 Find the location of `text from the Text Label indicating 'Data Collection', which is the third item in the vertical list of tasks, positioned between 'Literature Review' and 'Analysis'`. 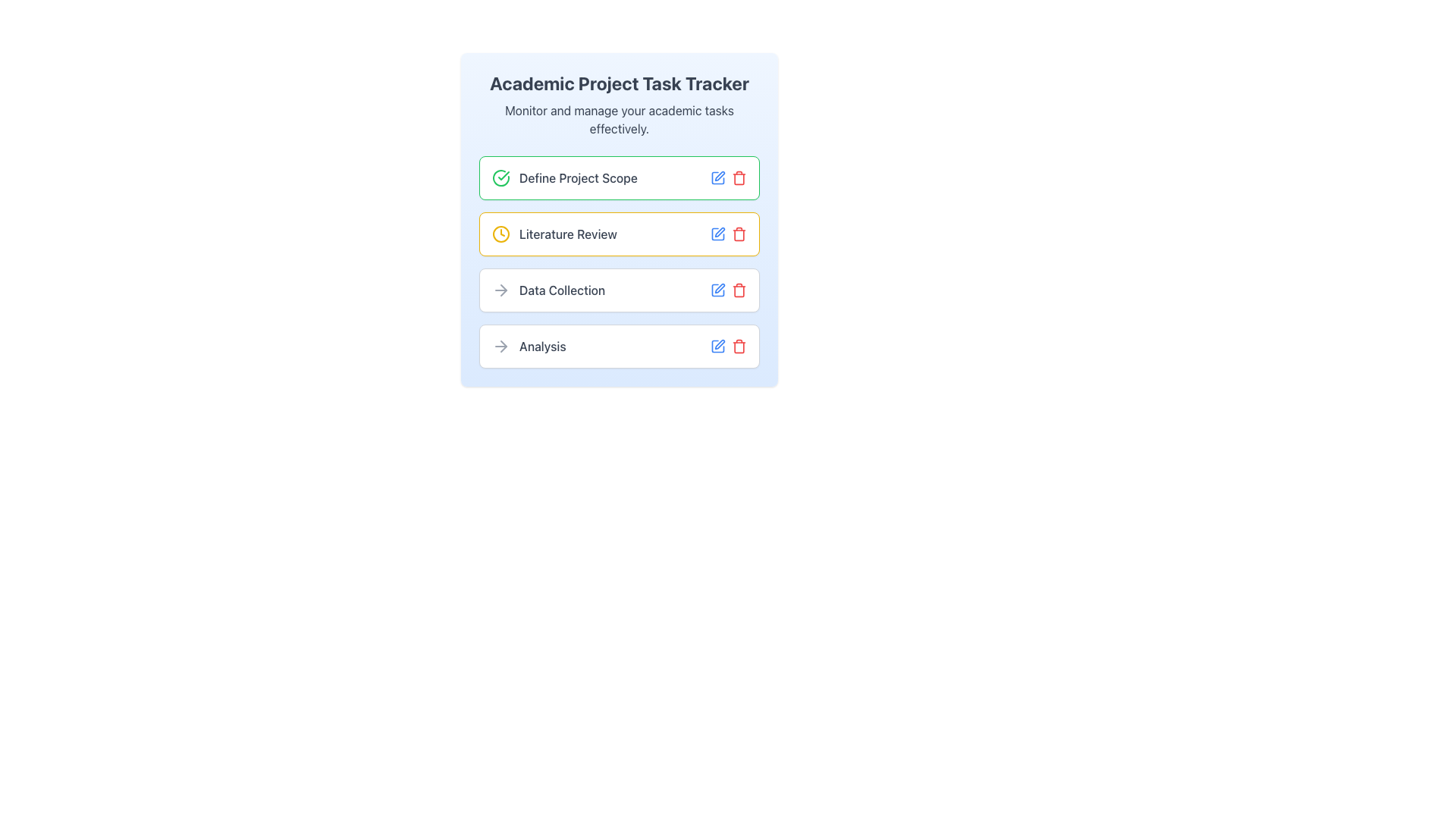

text from the Text Label indicating 'Data Collection', which is the third item in the vertical list of tasks, positioned between 'Literature Review' and 'Analysis' is located at coordinates (561, 290).